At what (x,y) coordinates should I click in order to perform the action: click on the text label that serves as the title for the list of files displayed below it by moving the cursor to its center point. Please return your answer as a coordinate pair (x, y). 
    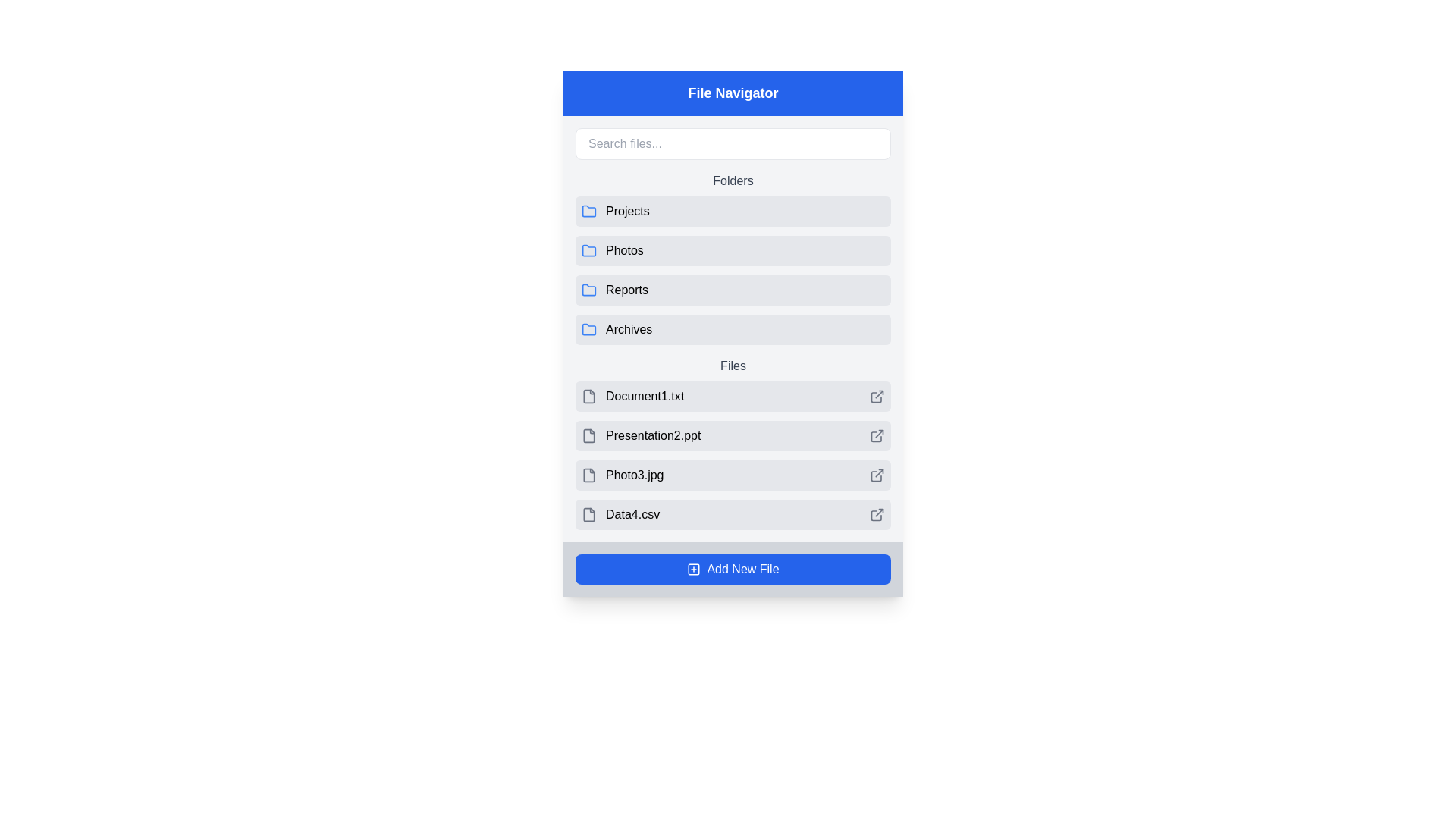
    Looking at the image, I should click on (733, 366).